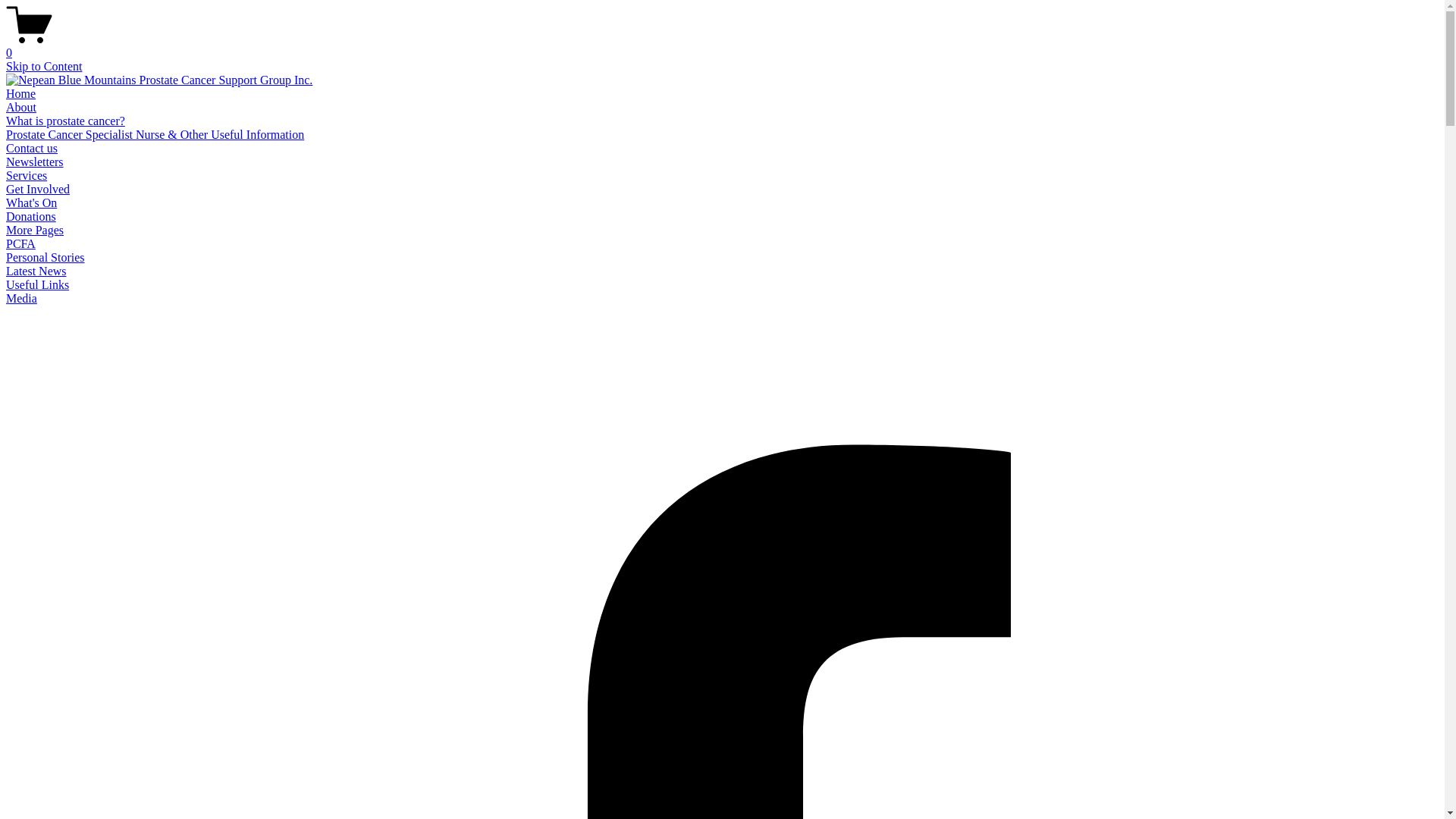 The height and width of the screenshot is (819, 1456). Describe the element at coordinates (6, 202) in the screenshot. I see `'What's On'` at that location.